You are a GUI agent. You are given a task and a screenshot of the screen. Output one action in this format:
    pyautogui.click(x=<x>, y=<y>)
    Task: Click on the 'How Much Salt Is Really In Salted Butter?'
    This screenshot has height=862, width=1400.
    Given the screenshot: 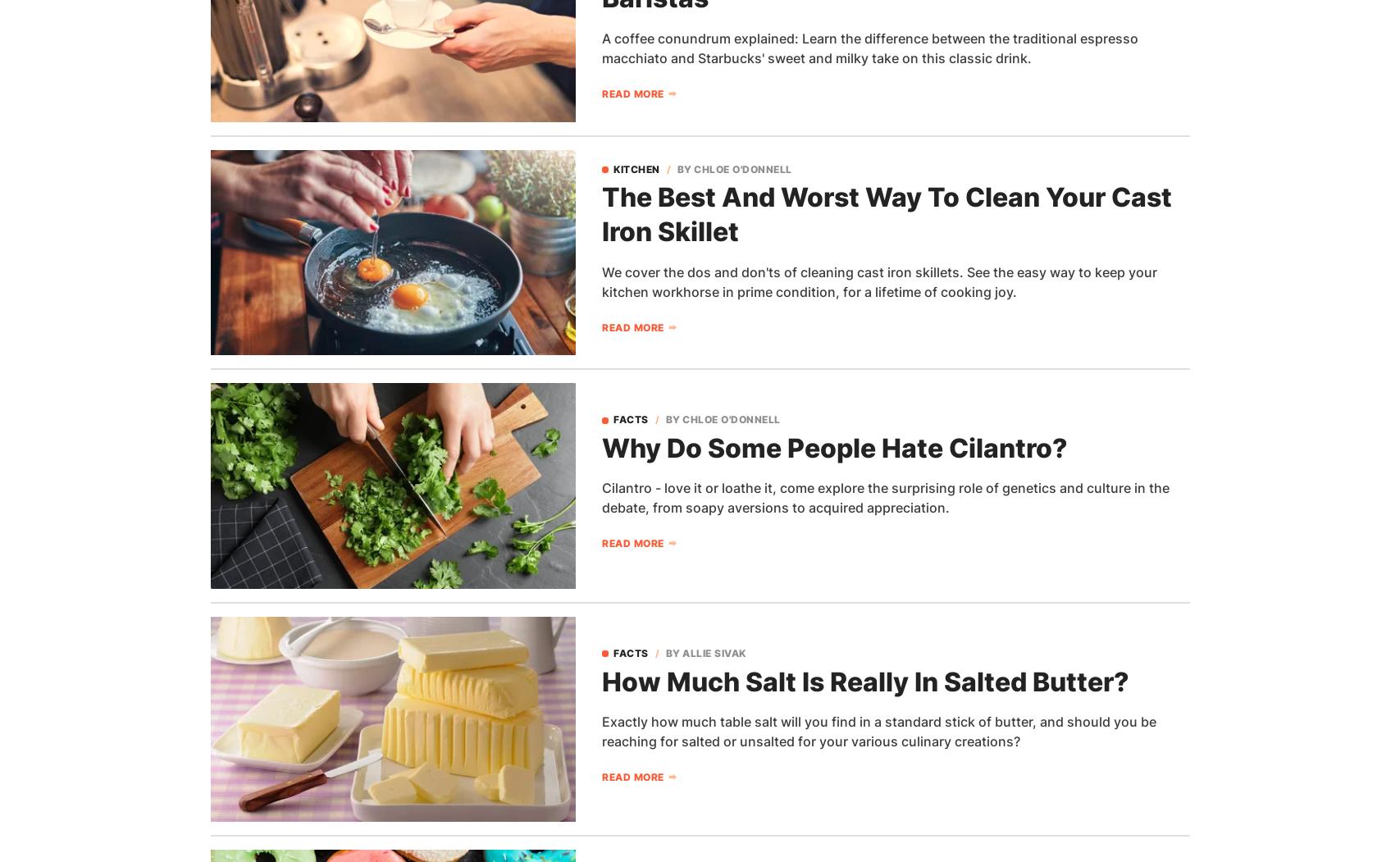 What is the action you would take?
    pyautogui.click(x=864, y=681)
    